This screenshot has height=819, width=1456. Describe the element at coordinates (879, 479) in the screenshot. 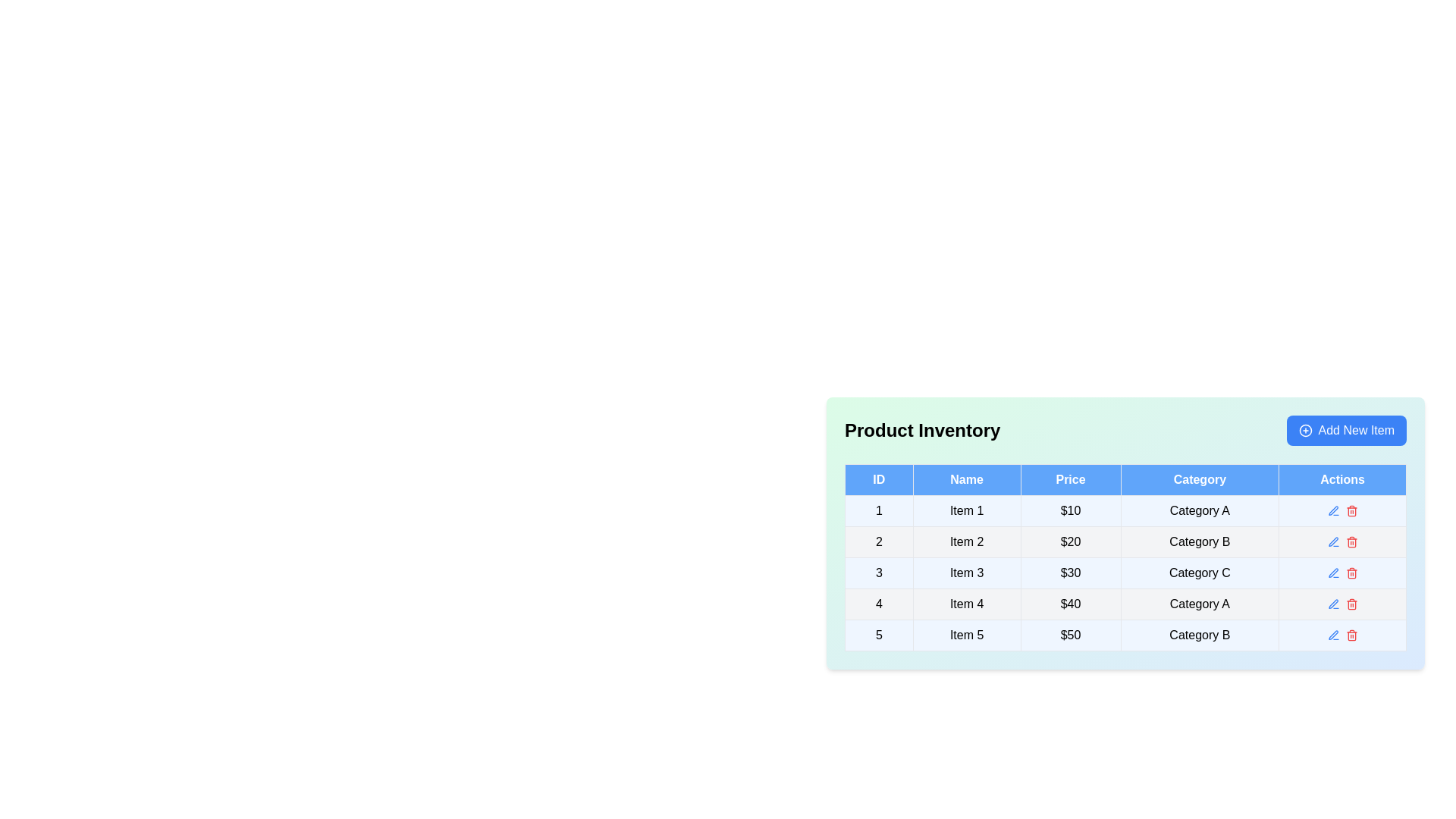

I see `the Table Header Cell labeled 'ID', which is a rectangular button-like component with a blue background and white text, located in the header row of the table` at that location.